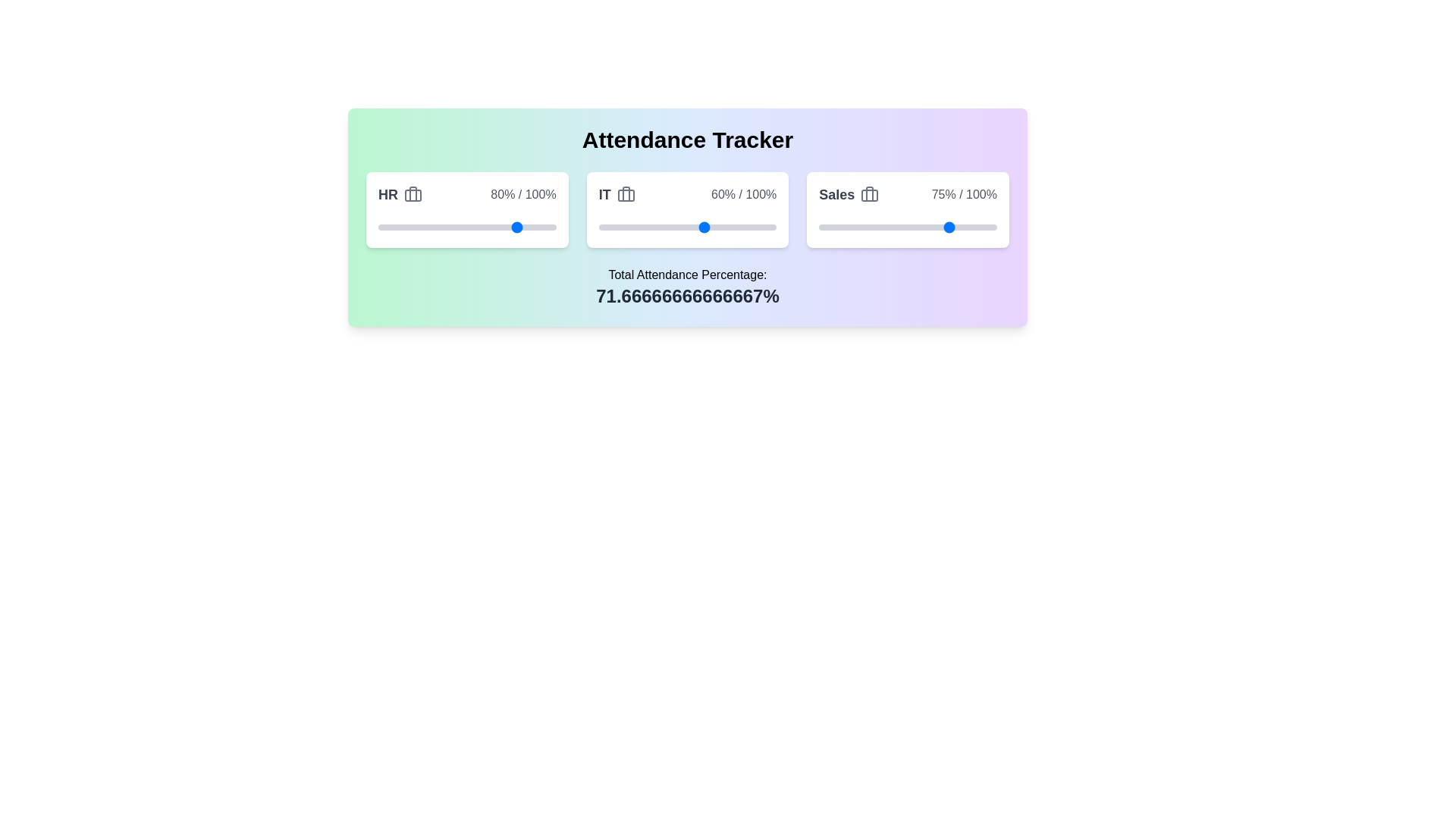  I want to click on the IT attendance slider, so click(617, 227).